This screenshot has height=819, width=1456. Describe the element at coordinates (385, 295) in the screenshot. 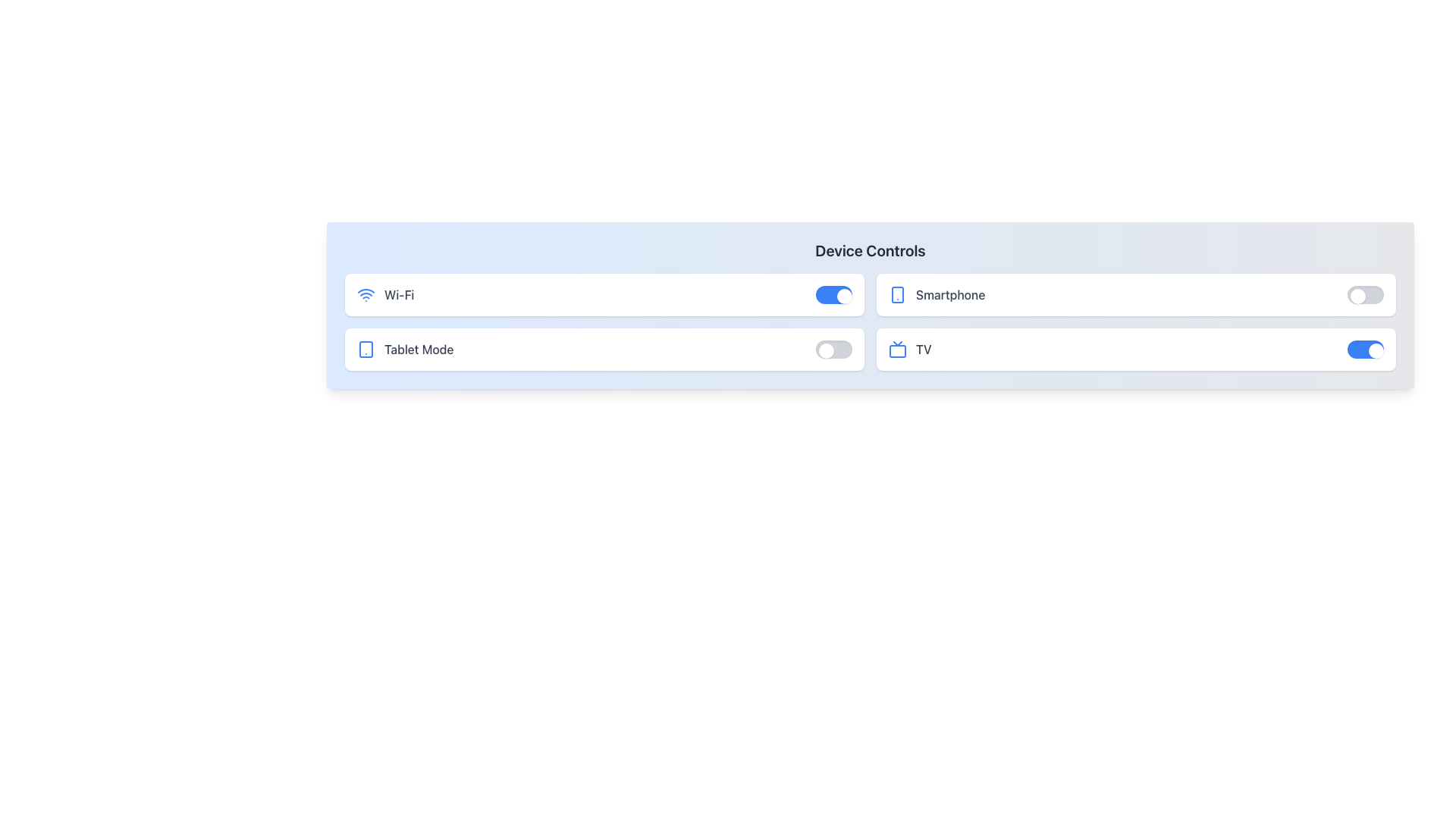

I see `text from the Wi-Fi settings icon and label located in the 'Device Controls' section, positioned in the first row above 'Tablet Mode'` at that location.